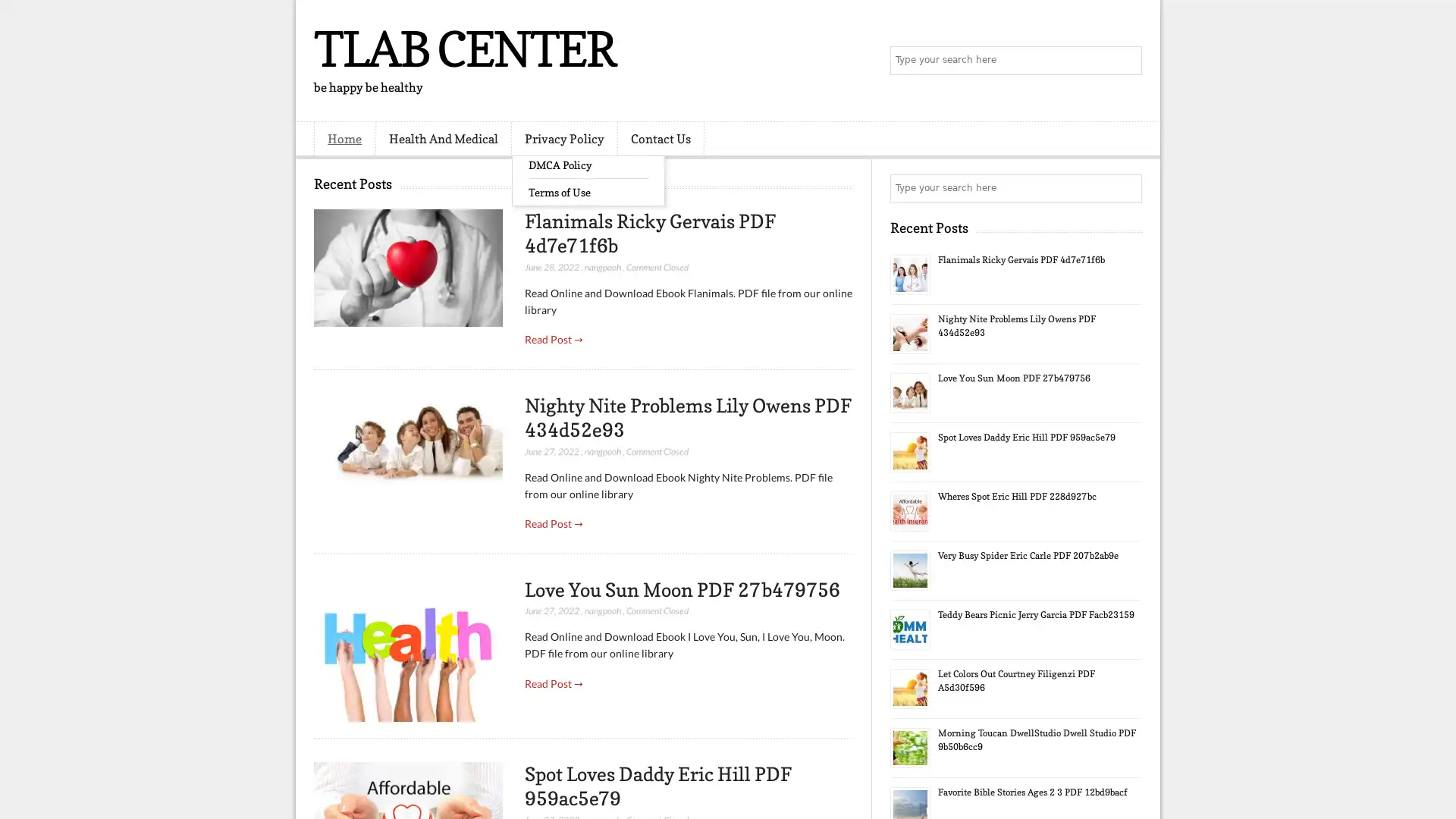 The height and width of the screenshot is (819, 1456). I want to click on Search, so click(1126, 61).